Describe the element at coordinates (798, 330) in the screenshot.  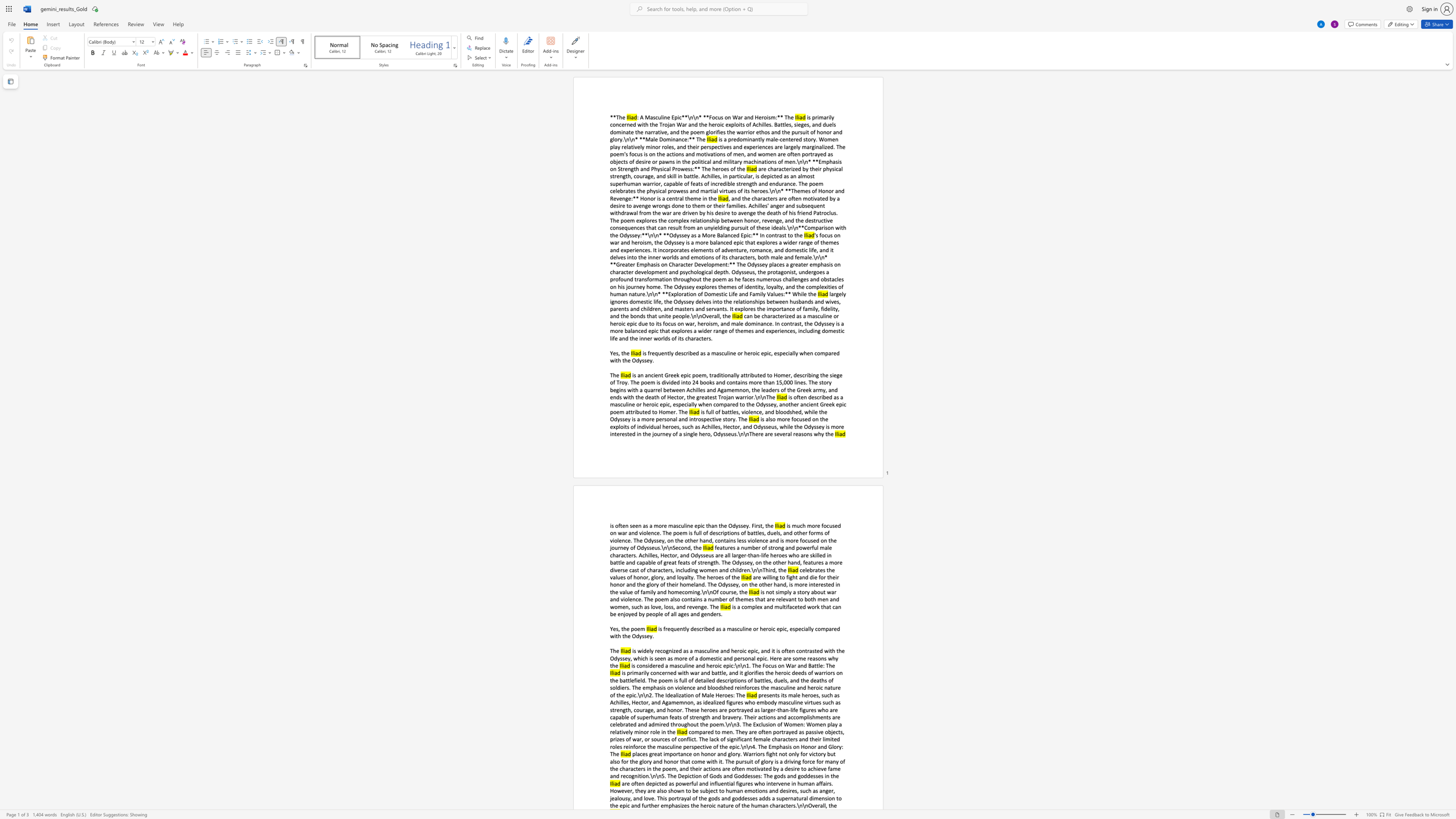
I see `the subset text "including domestic life and the" within the text "can be characterized as a masculine or heroic epic due to its focus on war, heroism, and male dominance. In contrast, the Odyssey is a more balanced epic that explores a wider range of themes and experiences, including domestic life and the inner worlds of its characters."` at that location.